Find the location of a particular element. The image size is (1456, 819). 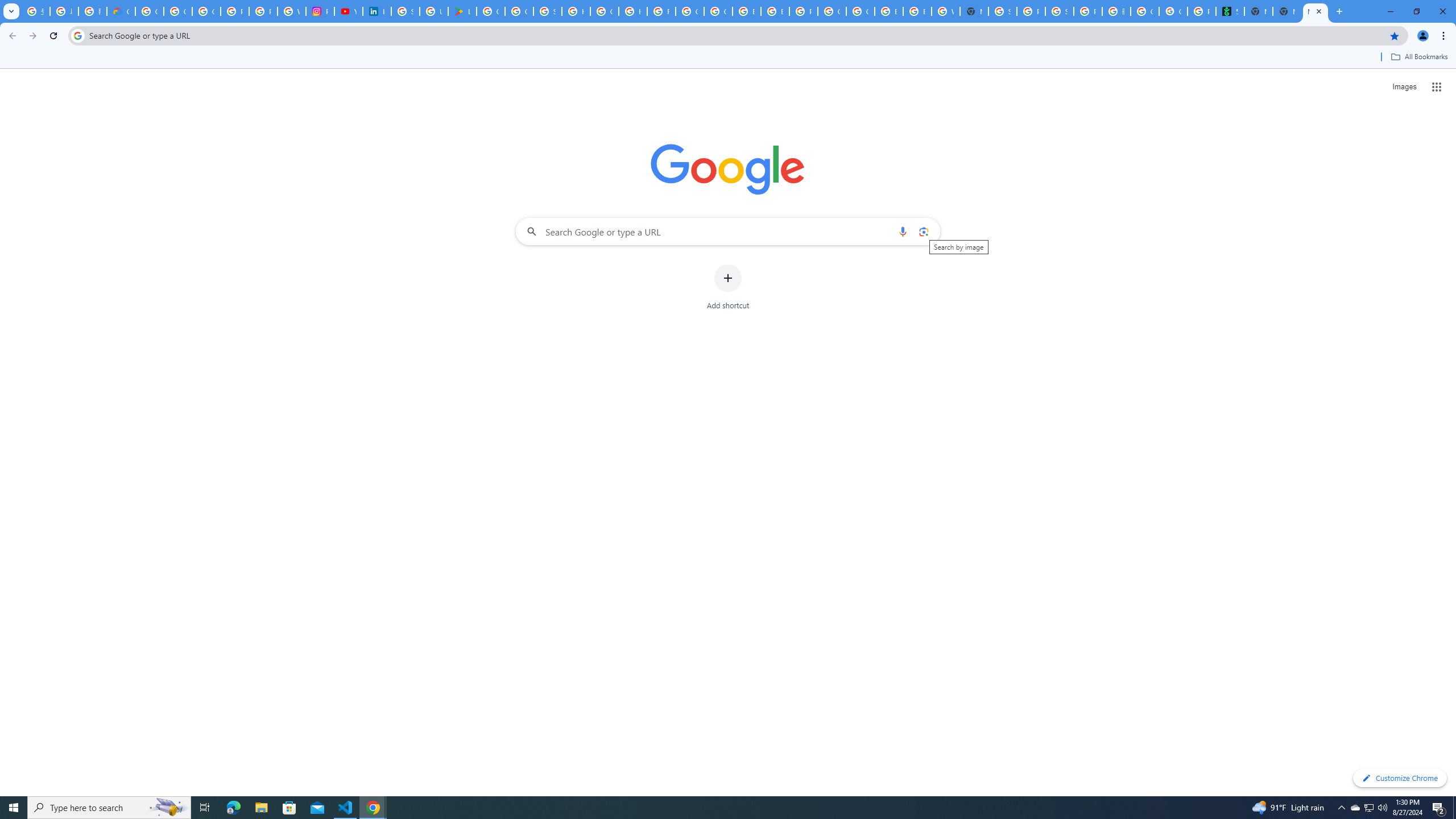

'Sign in - Google Accounts' is located at coordinates (547, 11).